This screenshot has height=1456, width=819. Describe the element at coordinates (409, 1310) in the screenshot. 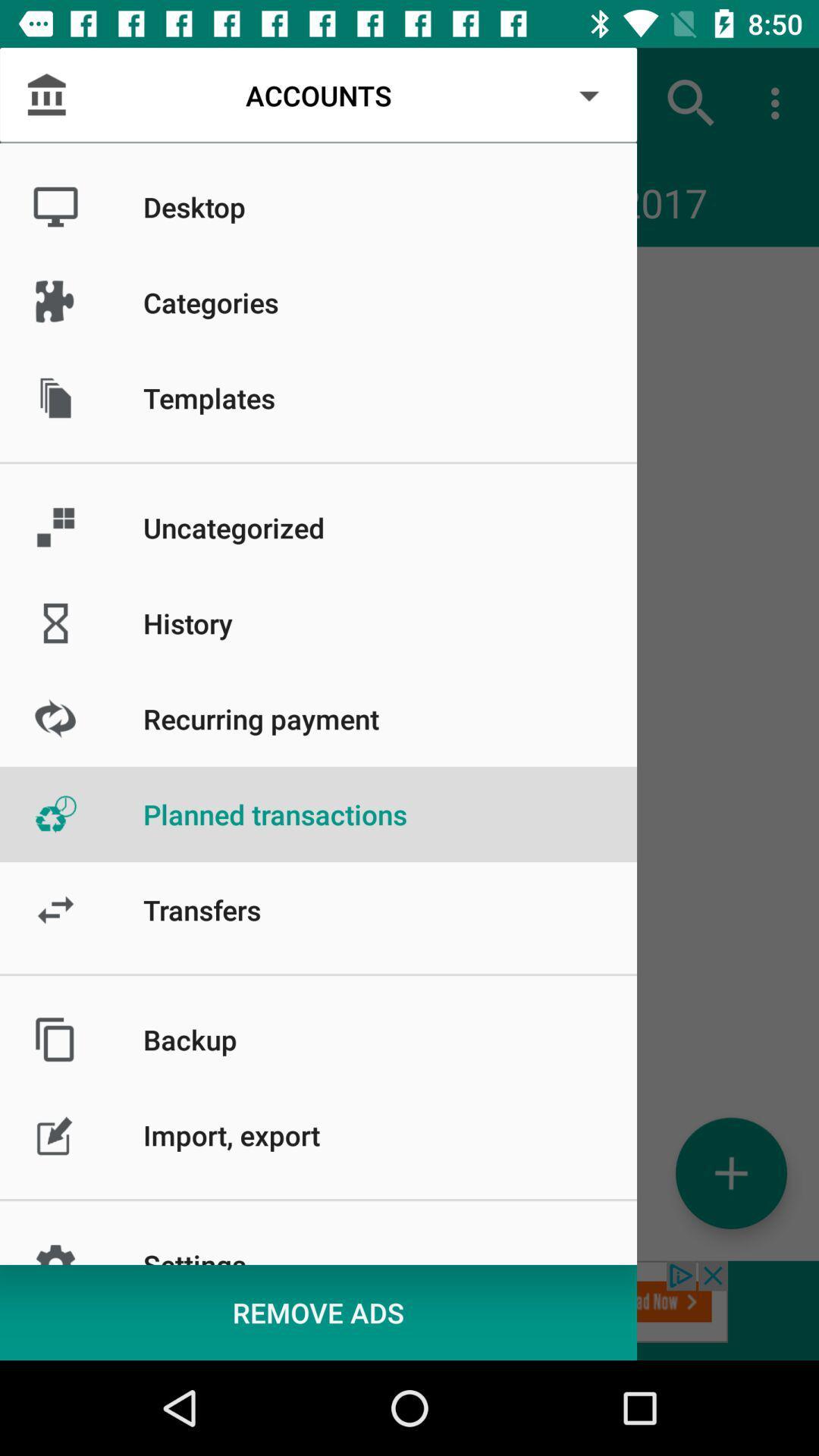

I see `open remove advertisements payment screen` at that location.